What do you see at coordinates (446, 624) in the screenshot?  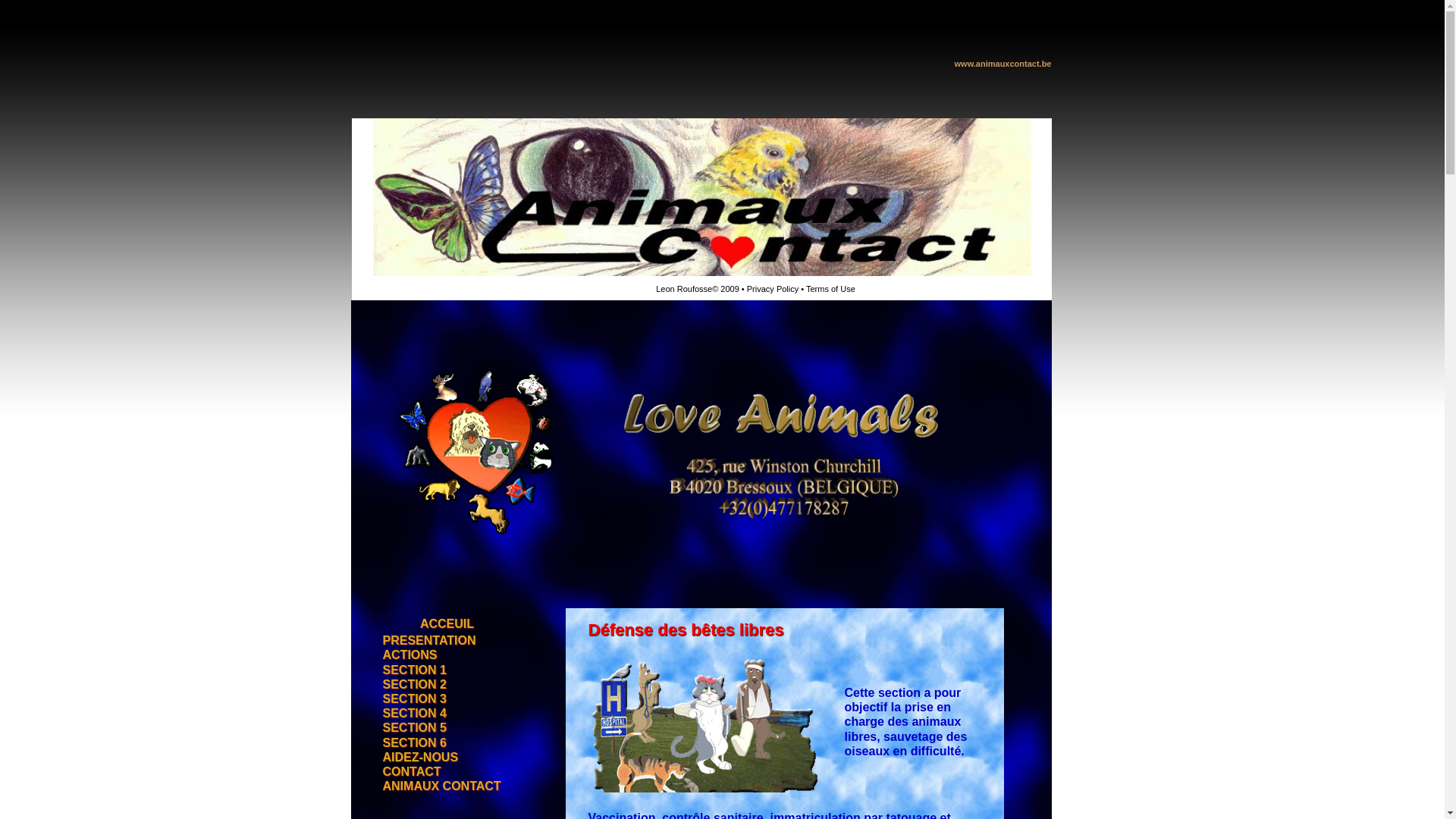 I see `'ACCEUIL'` at bounding box center [446, 624].